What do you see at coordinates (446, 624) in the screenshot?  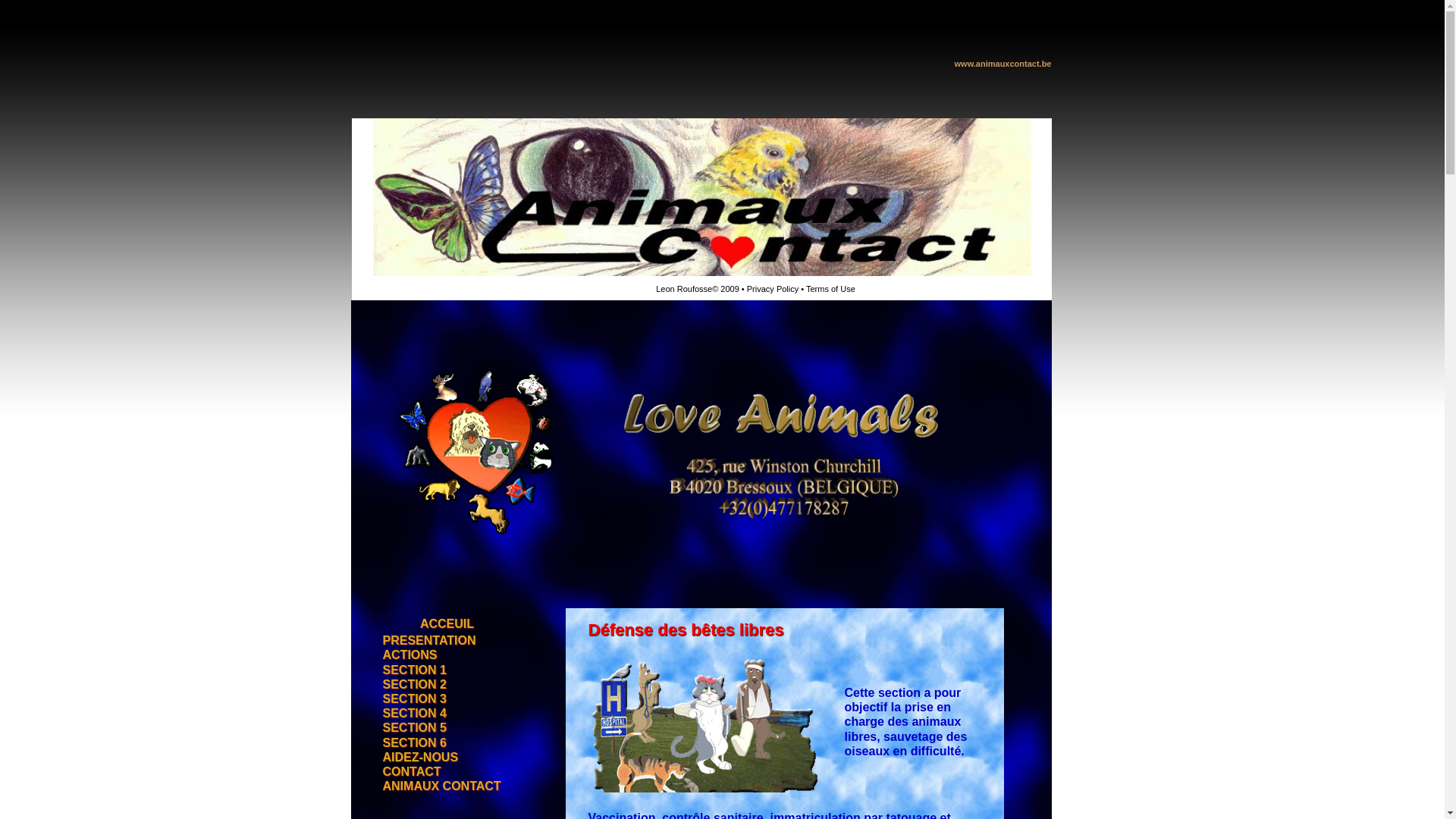 I see `'ACCEUIL'` at bounding box center [446, 624].